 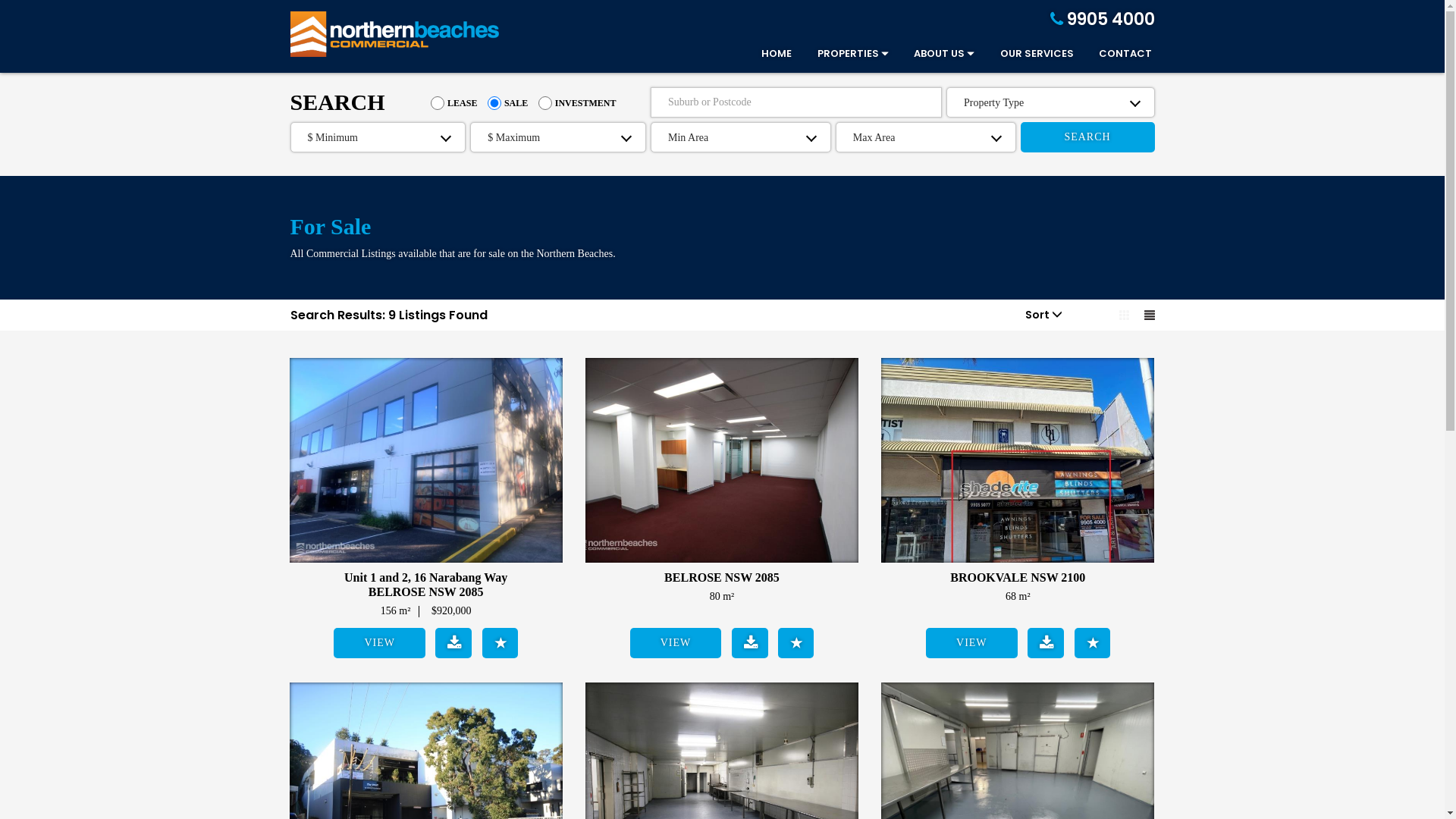 I want to click on 'CONTACT', so click(x=1075, y=55).